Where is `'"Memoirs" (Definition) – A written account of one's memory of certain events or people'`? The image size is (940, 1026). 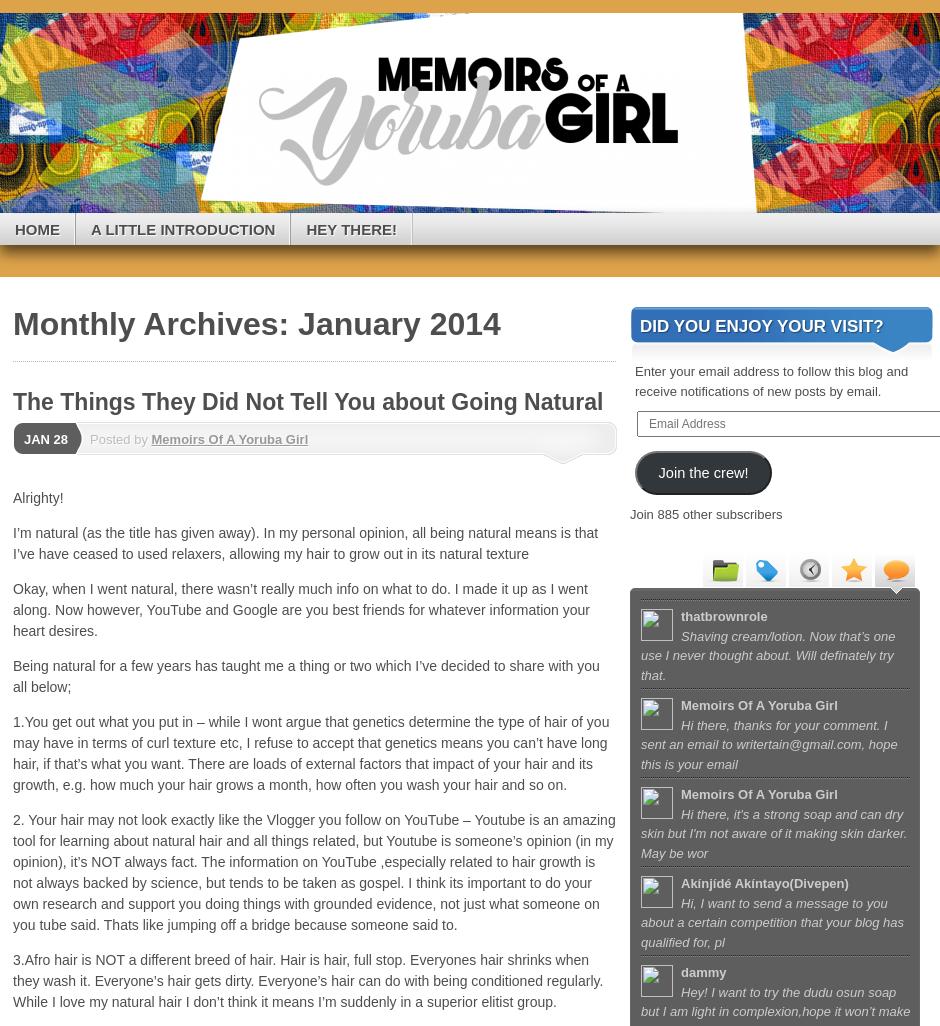 '"Memoirs" (Definition) – A written account of one's memory of certain events or people' is located at coordinates (406, 91).